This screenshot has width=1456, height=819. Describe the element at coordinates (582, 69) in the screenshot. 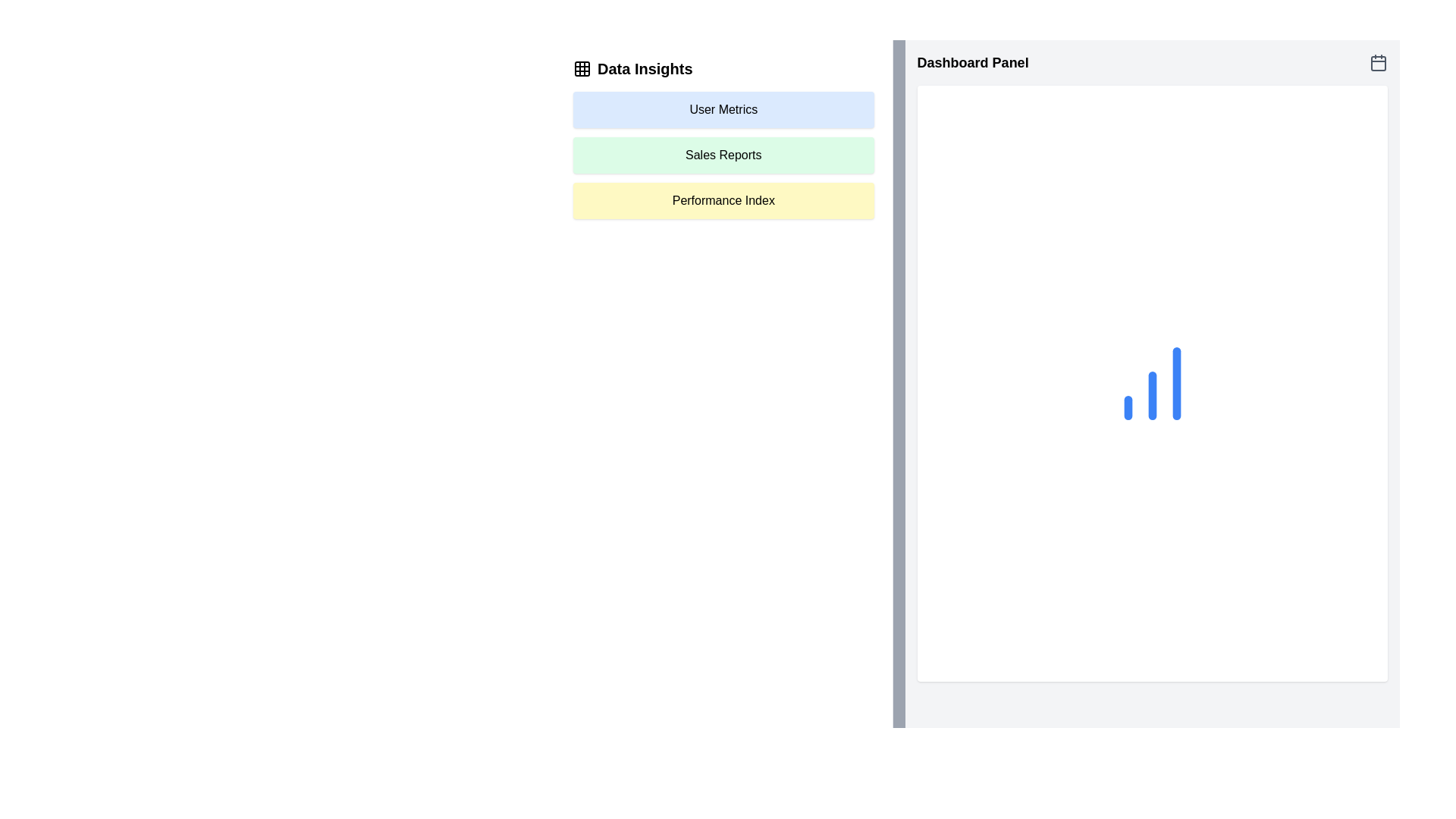

I see `the top-left square of the grid-like icon representing 'Data Insights'` at that location.